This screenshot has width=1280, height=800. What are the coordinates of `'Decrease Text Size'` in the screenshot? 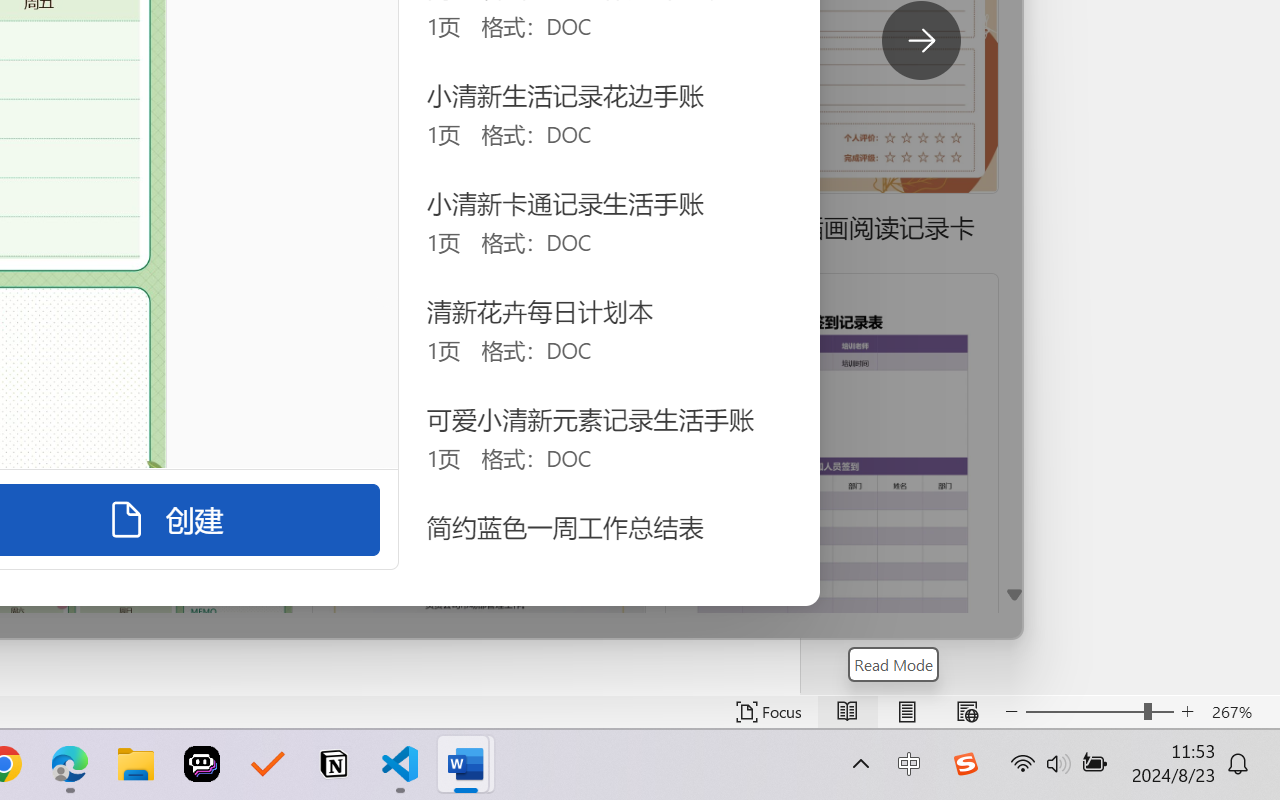 It's located at (1011, 711).